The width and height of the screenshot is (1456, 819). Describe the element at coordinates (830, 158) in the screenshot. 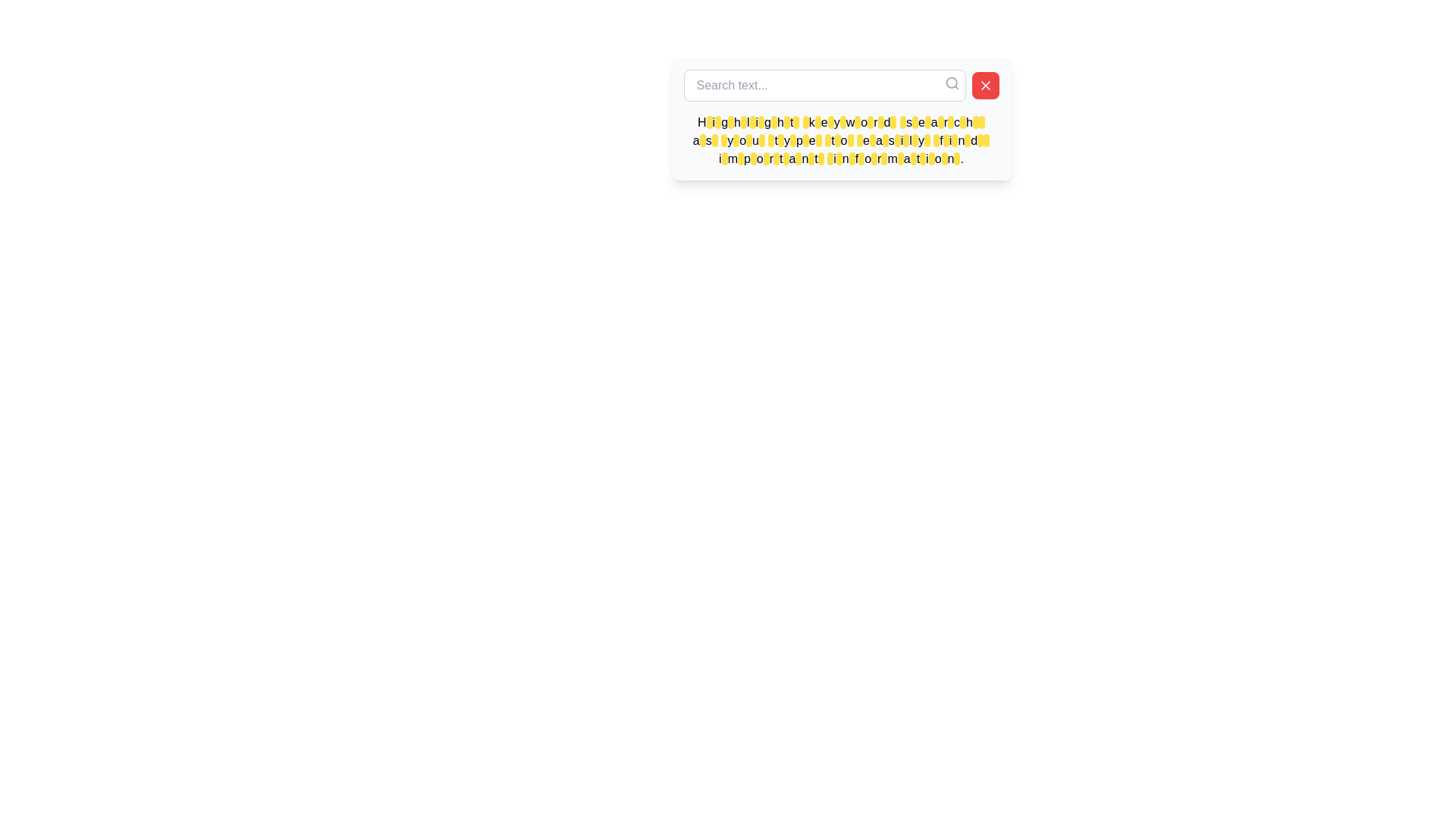

I see `the small, rectangular visual highlight with rounded corners and a yellow background, which is the eleventh highlight box from the left in the bottom row of highlighted words` at that location.